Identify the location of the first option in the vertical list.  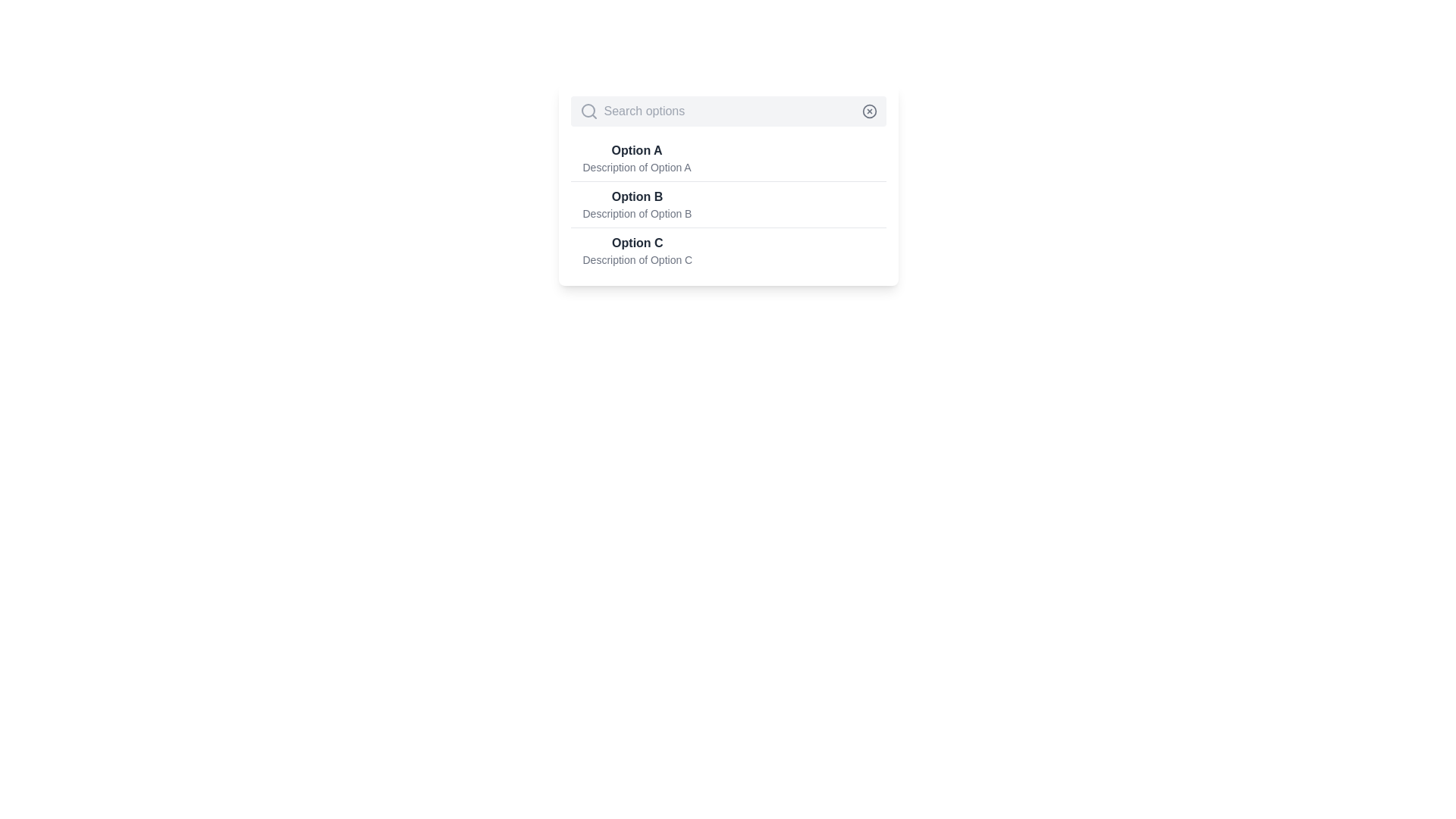
(728, 158).